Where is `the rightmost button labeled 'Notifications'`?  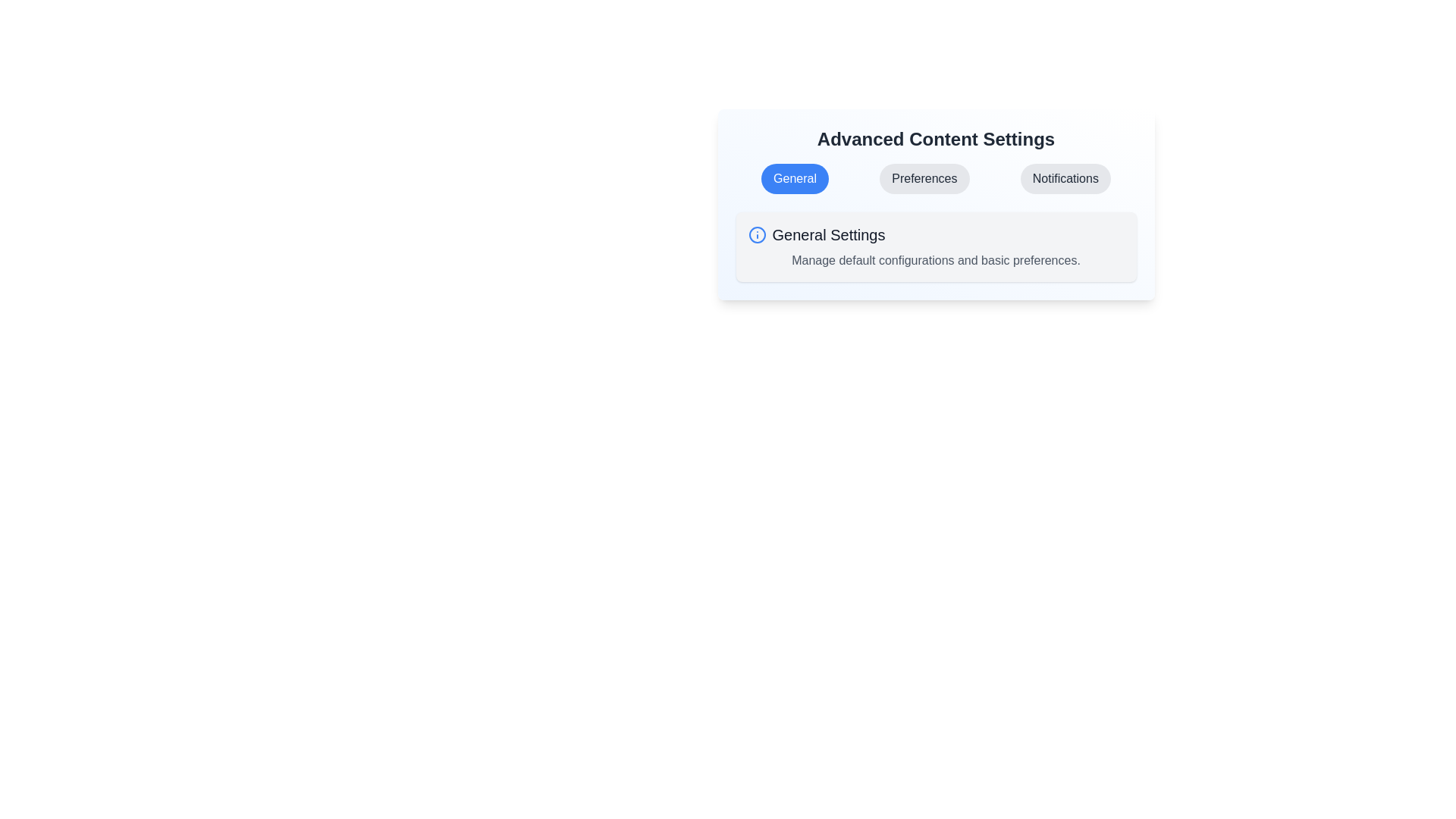
the rightmost button labeled 'Notifications' is located at coordinates (1065, 177).